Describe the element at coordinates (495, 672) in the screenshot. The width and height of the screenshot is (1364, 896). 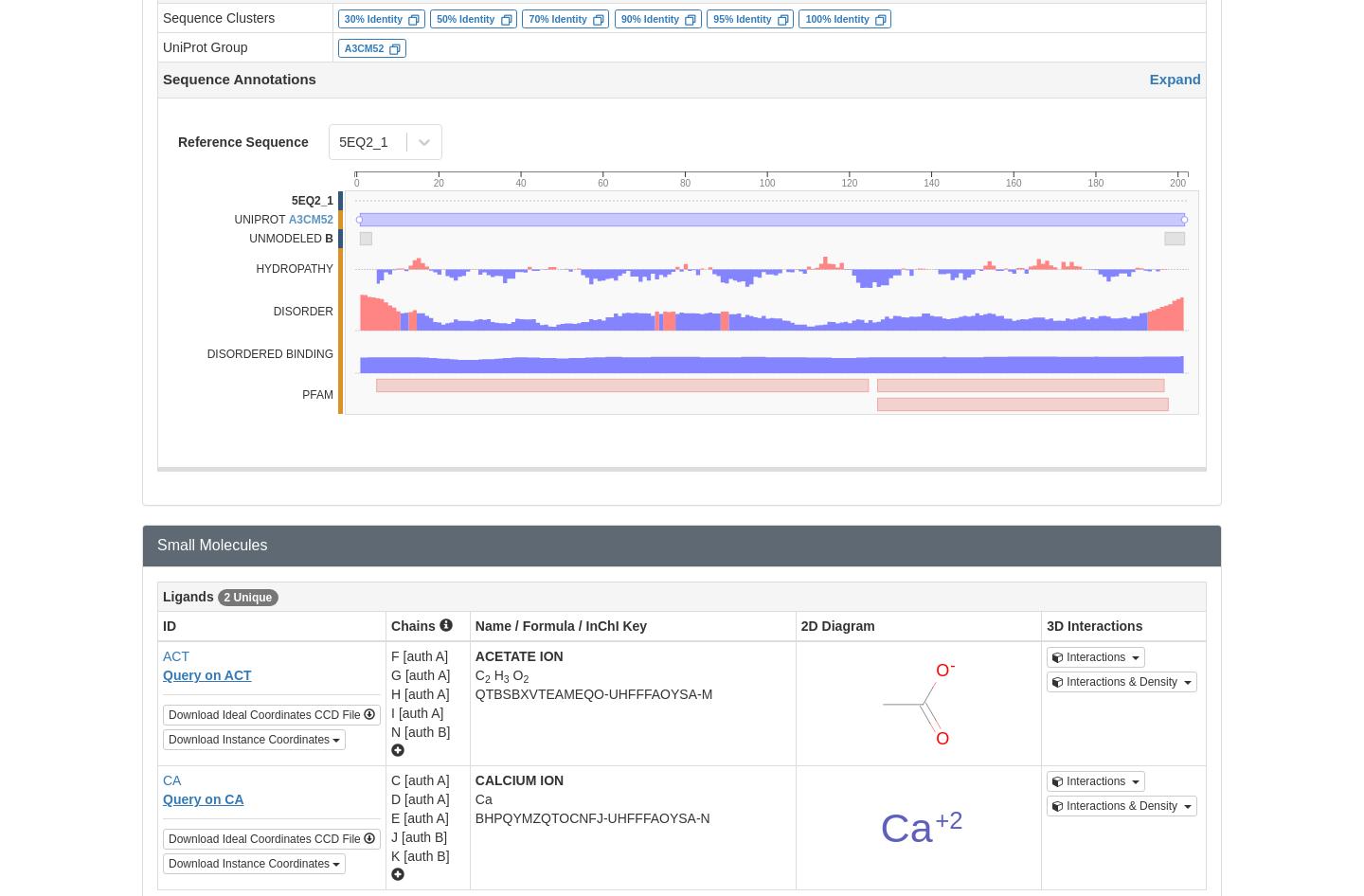
I see `'H'` at that location.